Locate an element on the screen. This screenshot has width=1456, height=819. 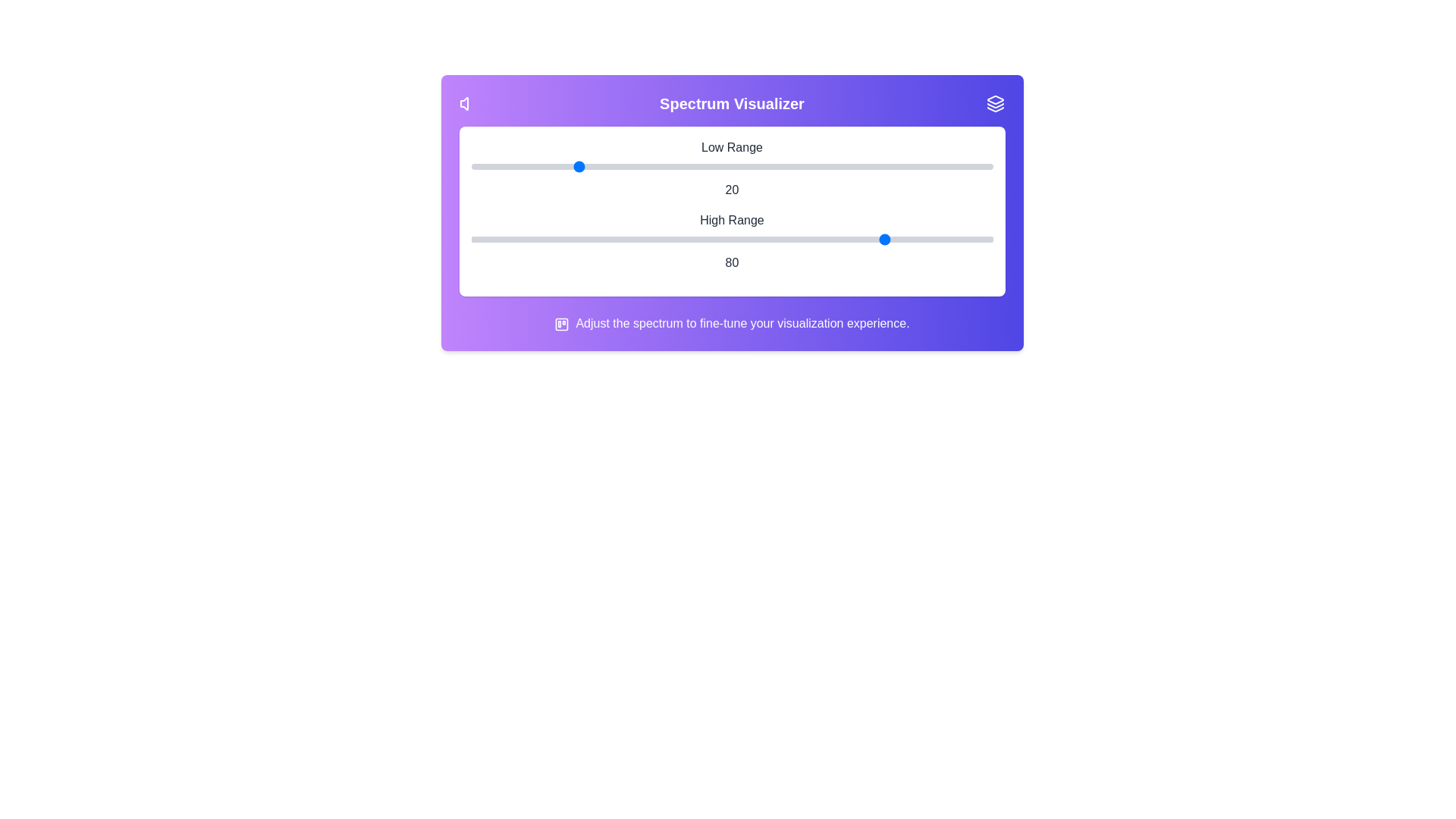
the low range slider to 82 is located at coordinates (899, 166).